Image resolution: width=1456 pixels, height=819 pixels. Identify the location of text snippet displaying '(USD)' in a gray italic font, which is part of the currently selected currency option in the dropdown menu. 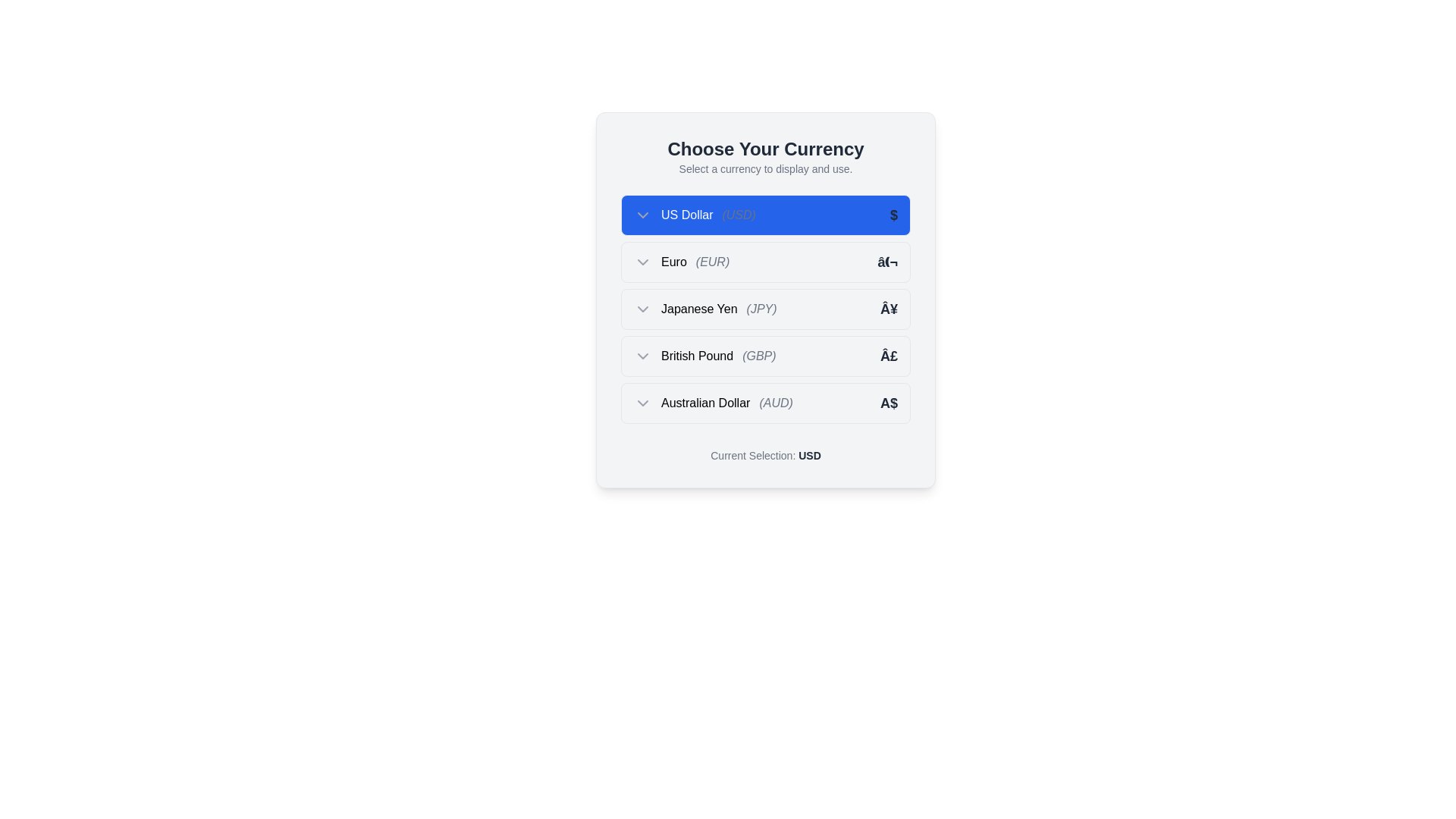
(739, 215).